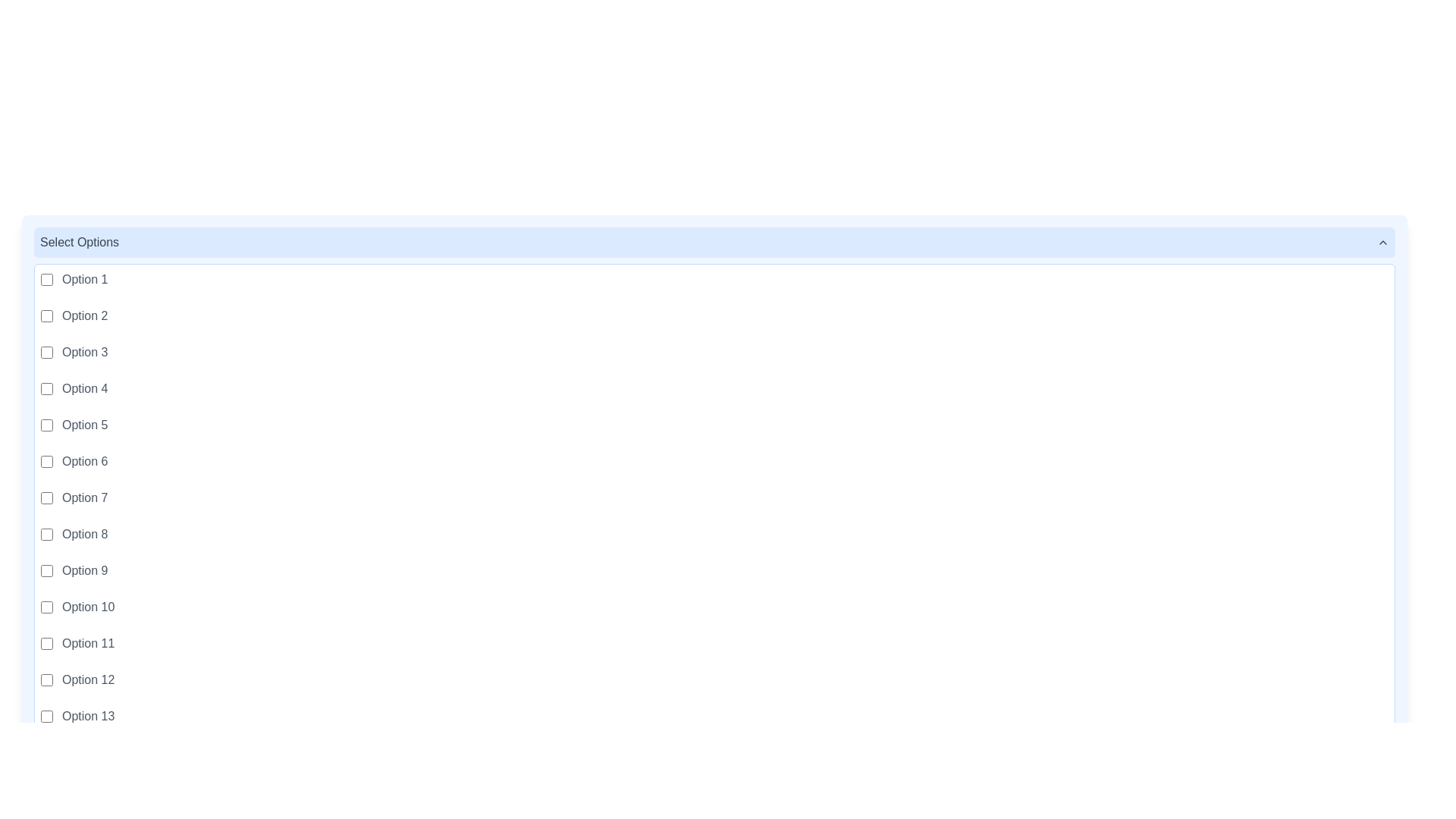 This screenshot has height=819, width=1456. I want to click on the text label associated with the interactive checkbox for the sixth selectable option in the options list, so click(84, 461).